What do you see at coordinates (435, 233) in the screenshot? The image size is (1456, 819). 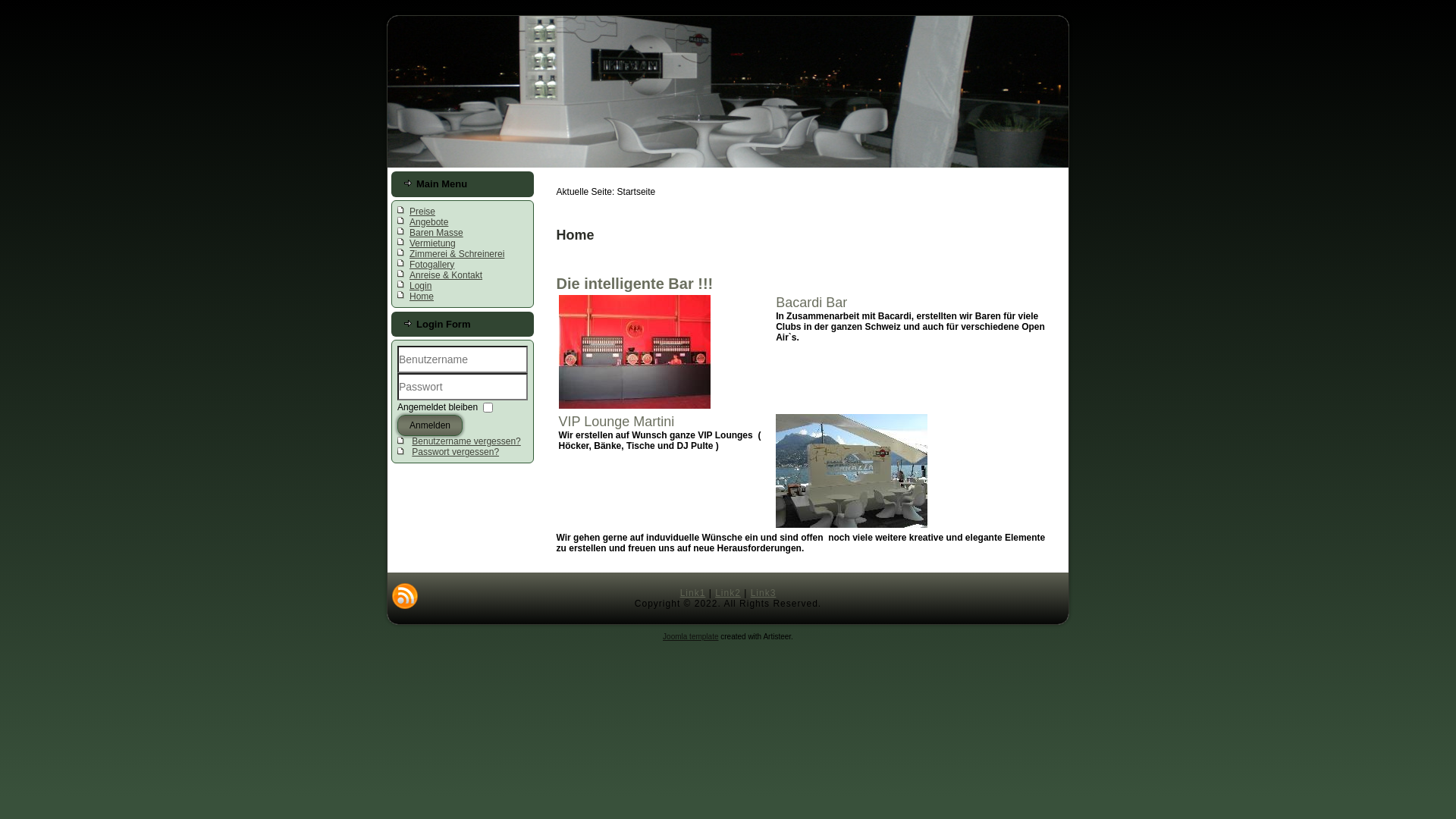 I see `'Baren Masse'` at bounding box center [435, 233].